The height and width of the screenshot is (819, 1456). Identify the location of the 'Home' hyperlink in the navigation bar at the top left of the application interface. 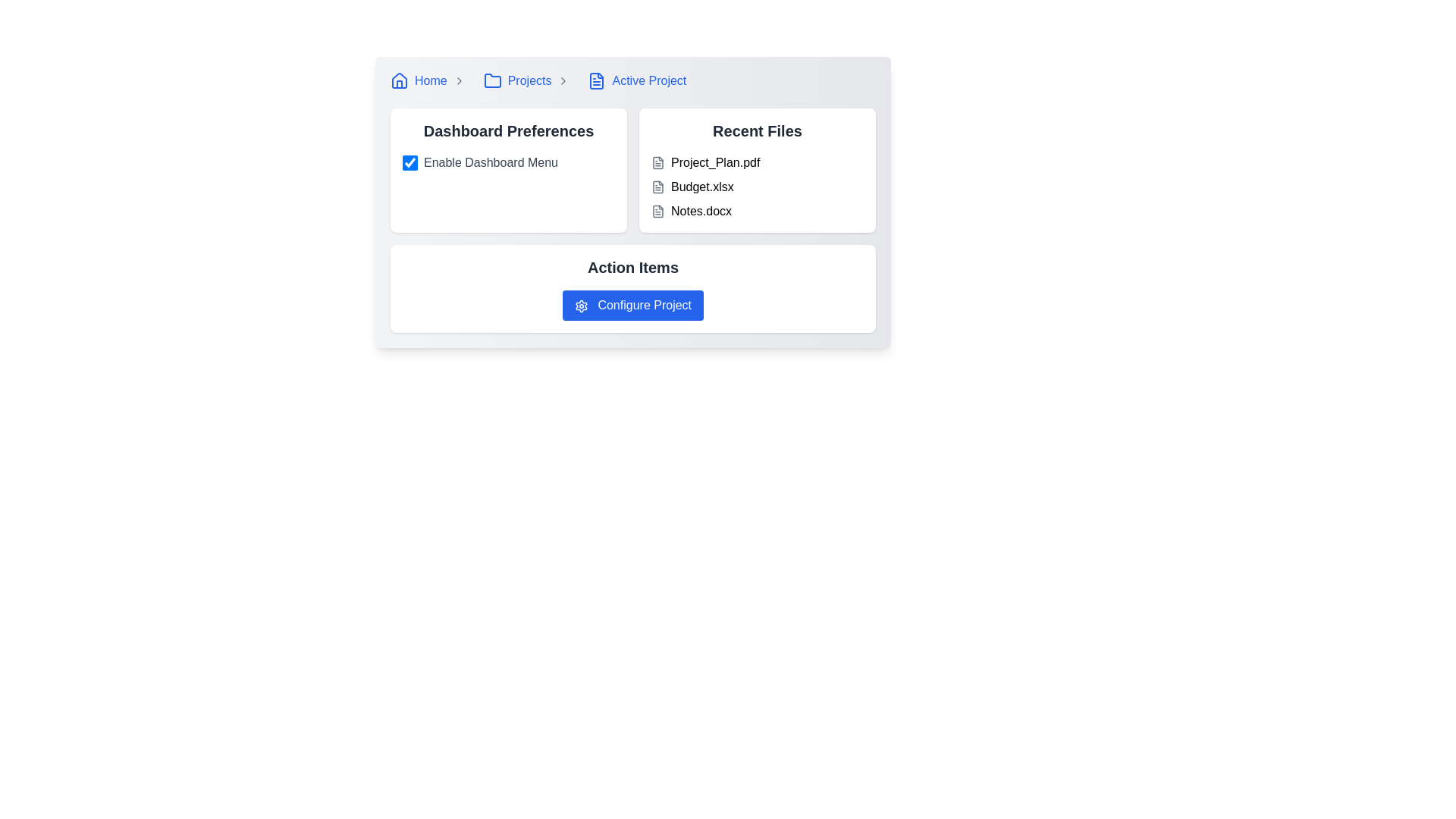
(419, 81).